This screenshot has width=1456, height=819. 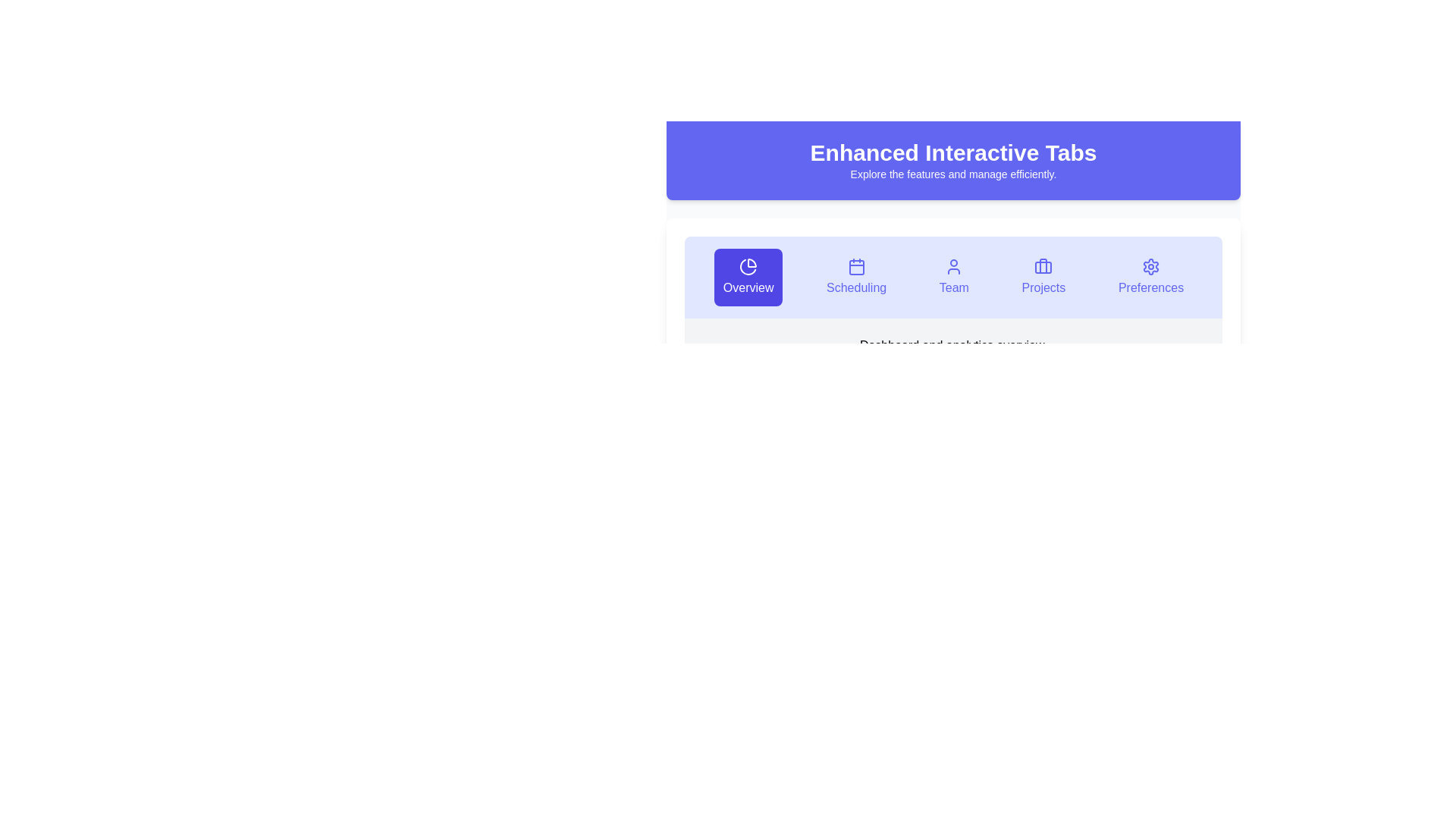 I want to click on the settings icon located within the SVG element in the menu bar on the right side, so click(x=1150, y=265).